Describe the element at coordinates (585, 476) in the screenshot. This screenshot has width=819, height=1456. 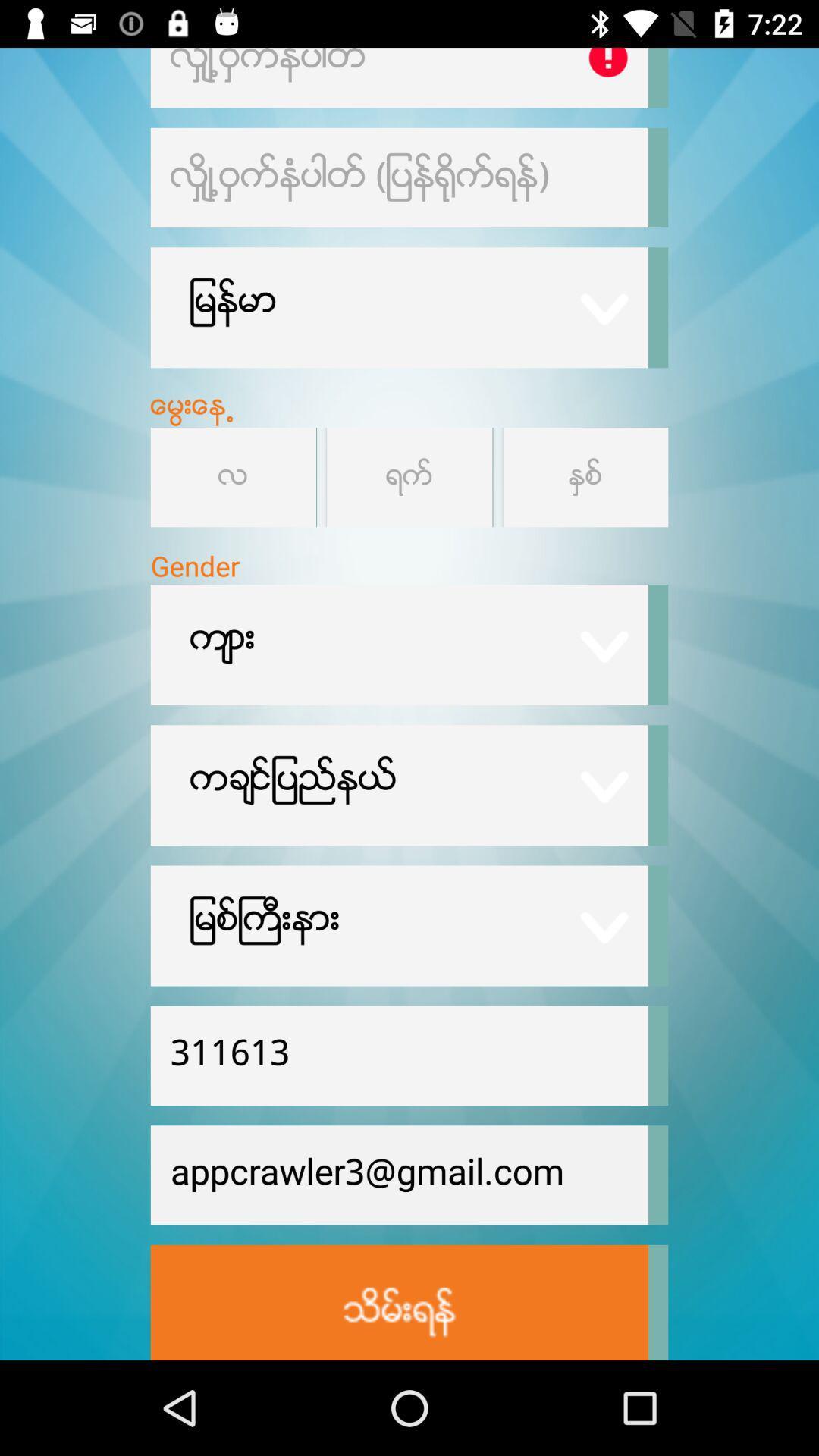
I see `change a profile setting` at that location.